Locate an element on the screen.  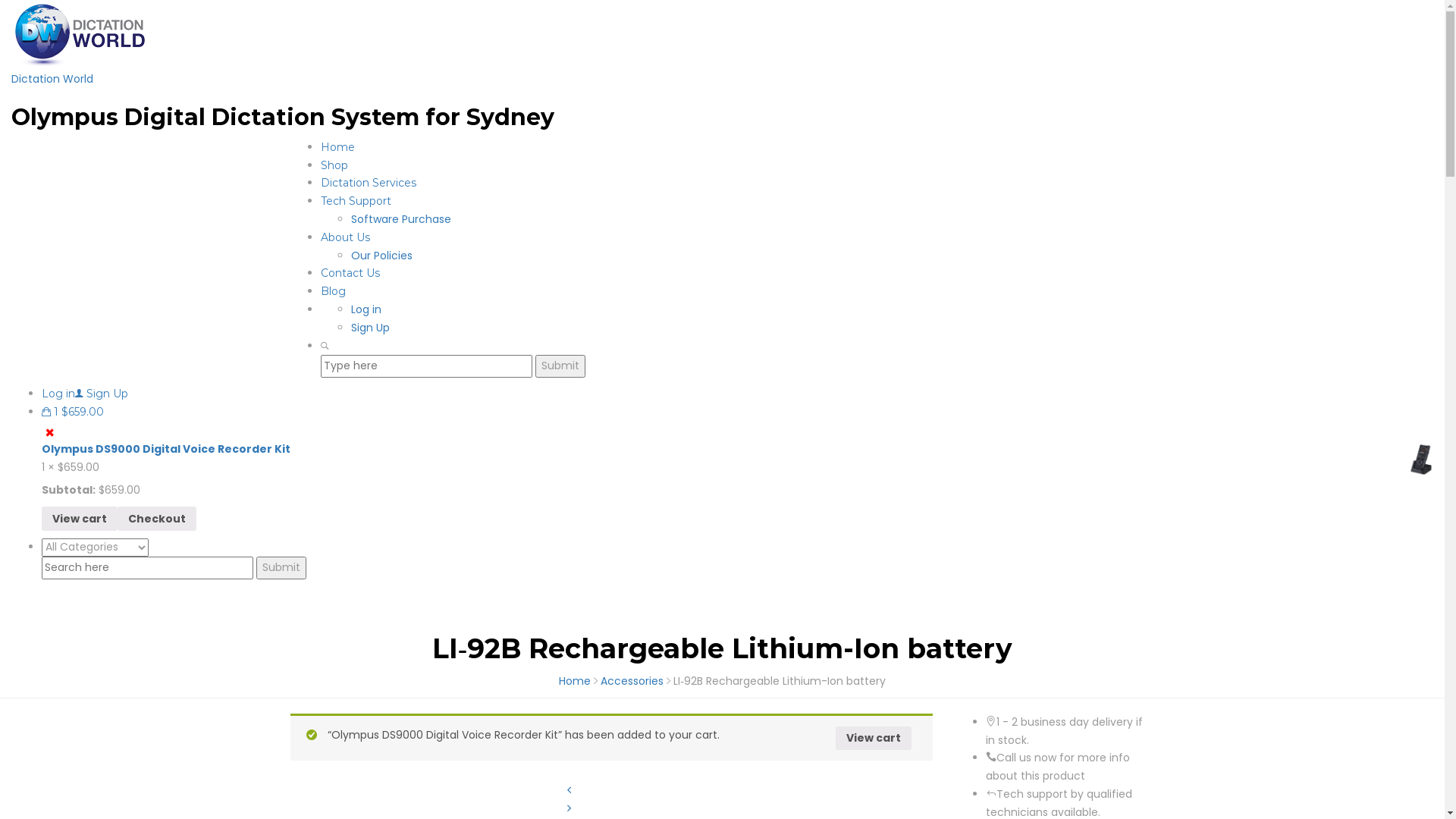
'View cart' is located at coordinates (874, 737).